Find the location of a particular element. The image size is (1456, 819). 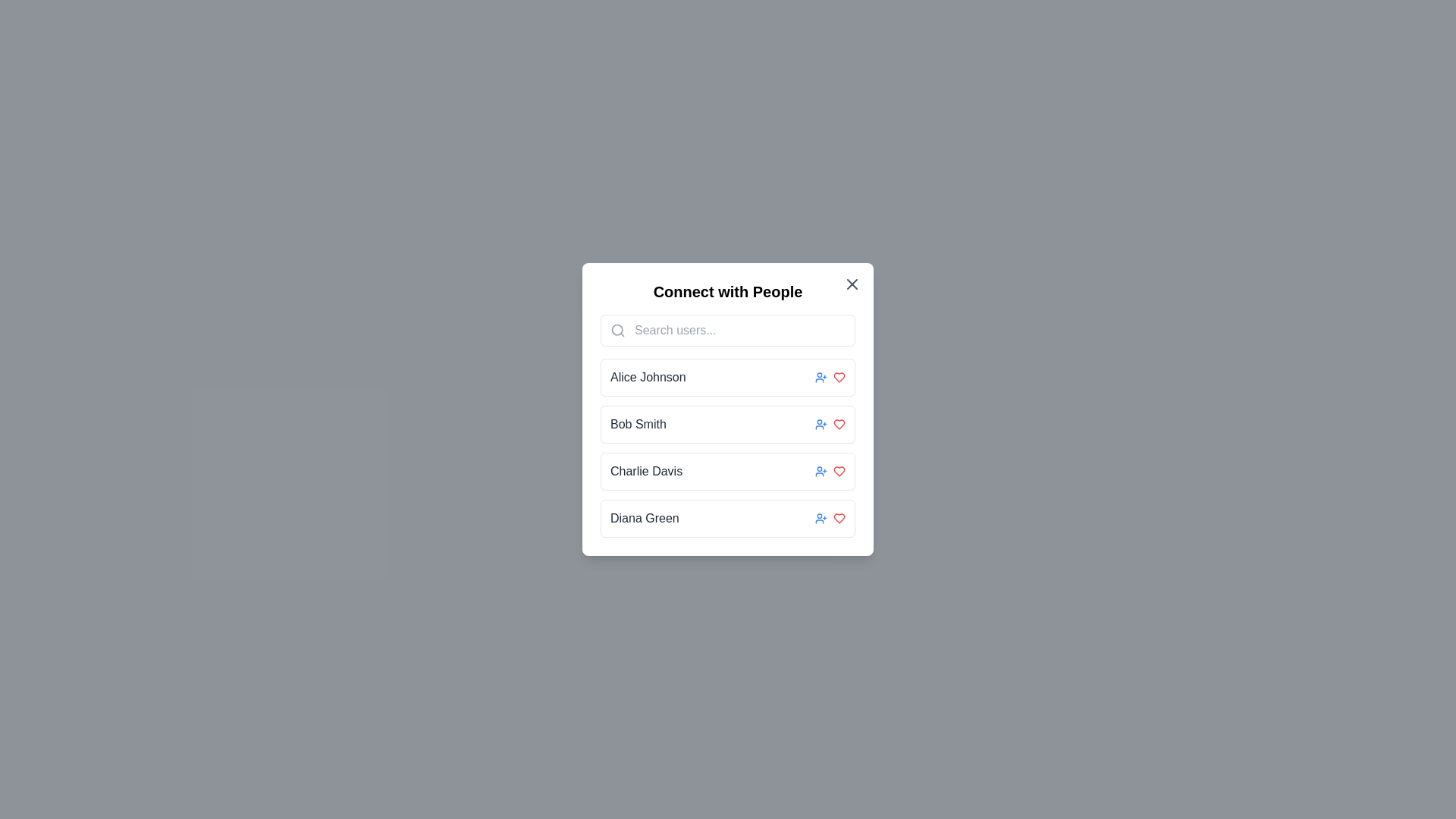

the diagonal cross (X) icon in the top-right corner of the 'Connect with People' modal is located at coordinates (852, 284).